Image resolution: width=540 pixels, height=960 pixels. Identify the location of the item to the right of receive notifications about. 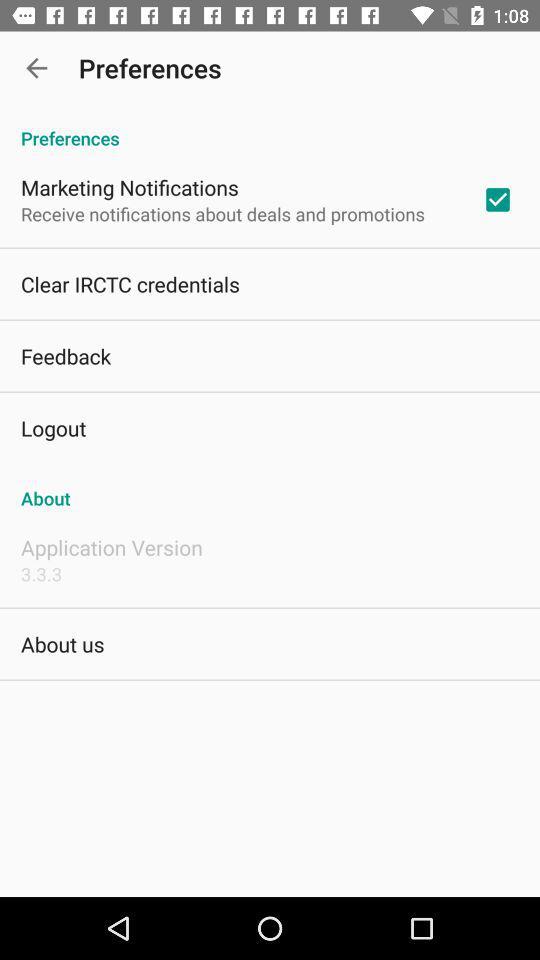
(496, 199).